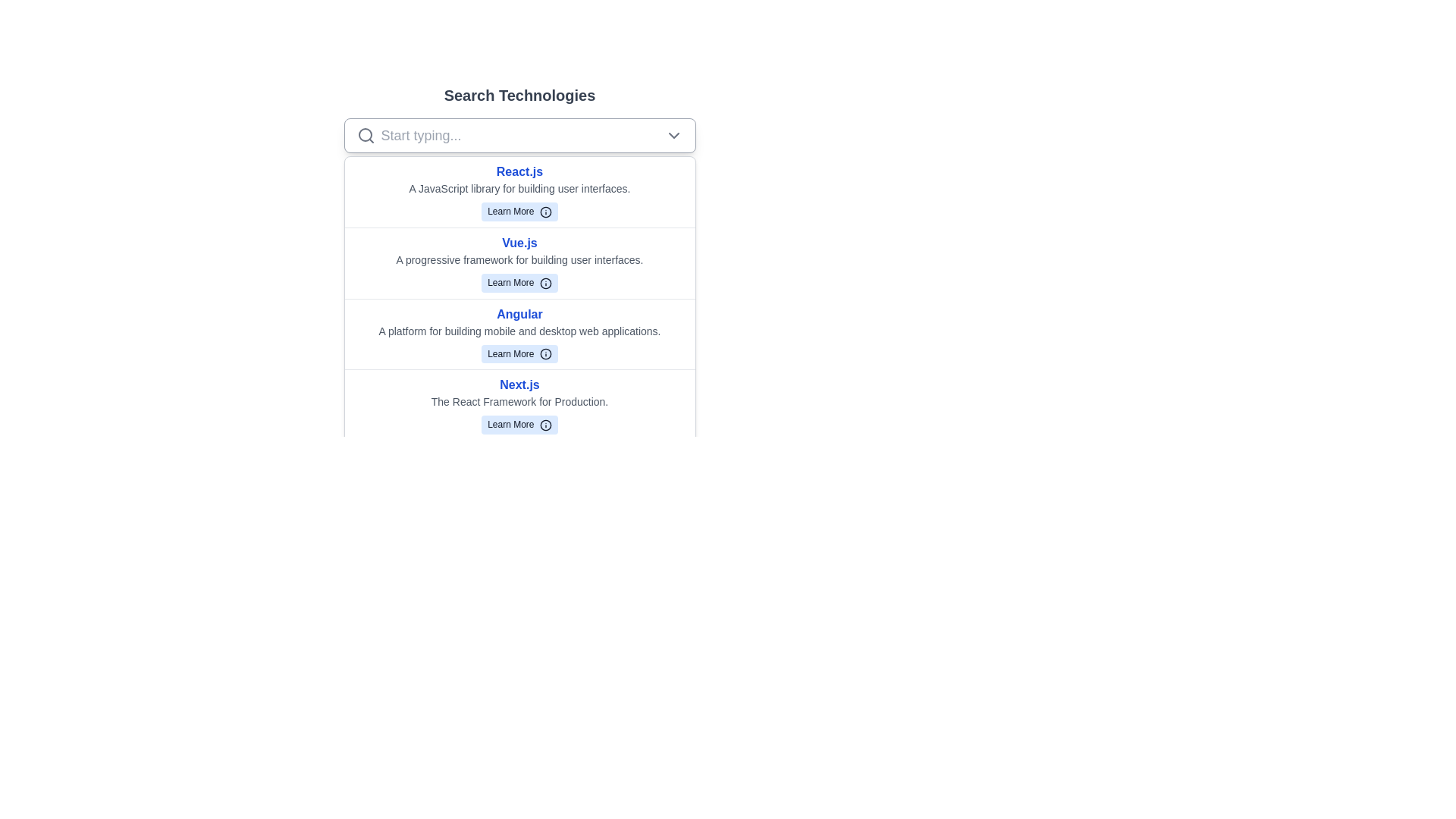 The height and width of the screenshot is (819, 1456). What do you see at coordinates (365, 133) in the screenshot?
I see `the decorative graphical part of the magnifying glass icon located in the top-left region of the interface` at bounding box center [365, 133].